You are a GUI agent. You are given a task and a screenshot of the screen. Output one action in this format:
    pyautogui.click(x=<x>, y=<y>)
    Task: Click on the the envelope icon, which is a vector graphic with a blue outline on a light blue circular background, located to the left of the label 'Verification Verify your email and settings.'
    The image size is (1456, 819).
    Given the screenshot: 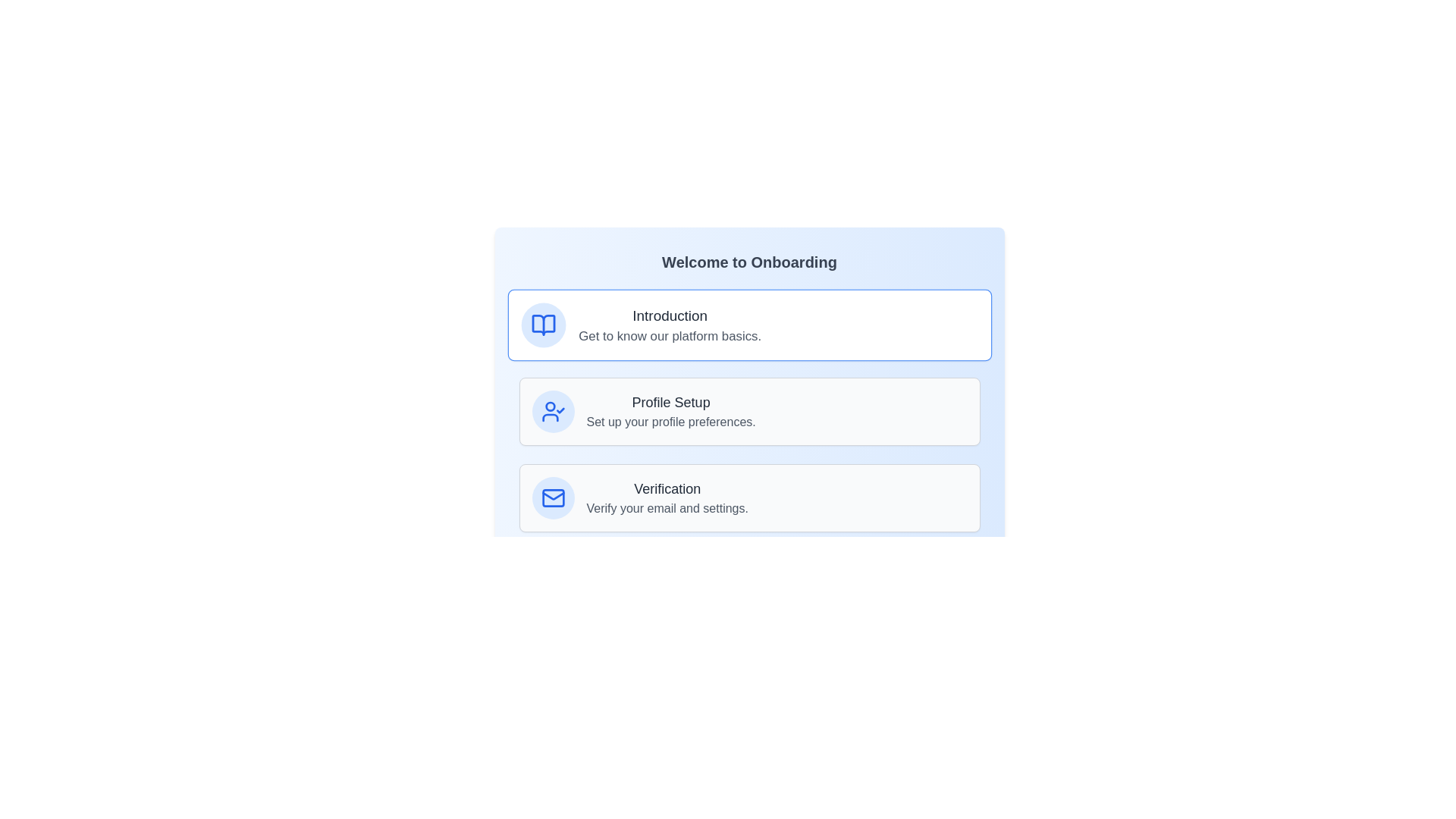 What is the action you would take?
    pyautogui.click(x=552, y=497)
    